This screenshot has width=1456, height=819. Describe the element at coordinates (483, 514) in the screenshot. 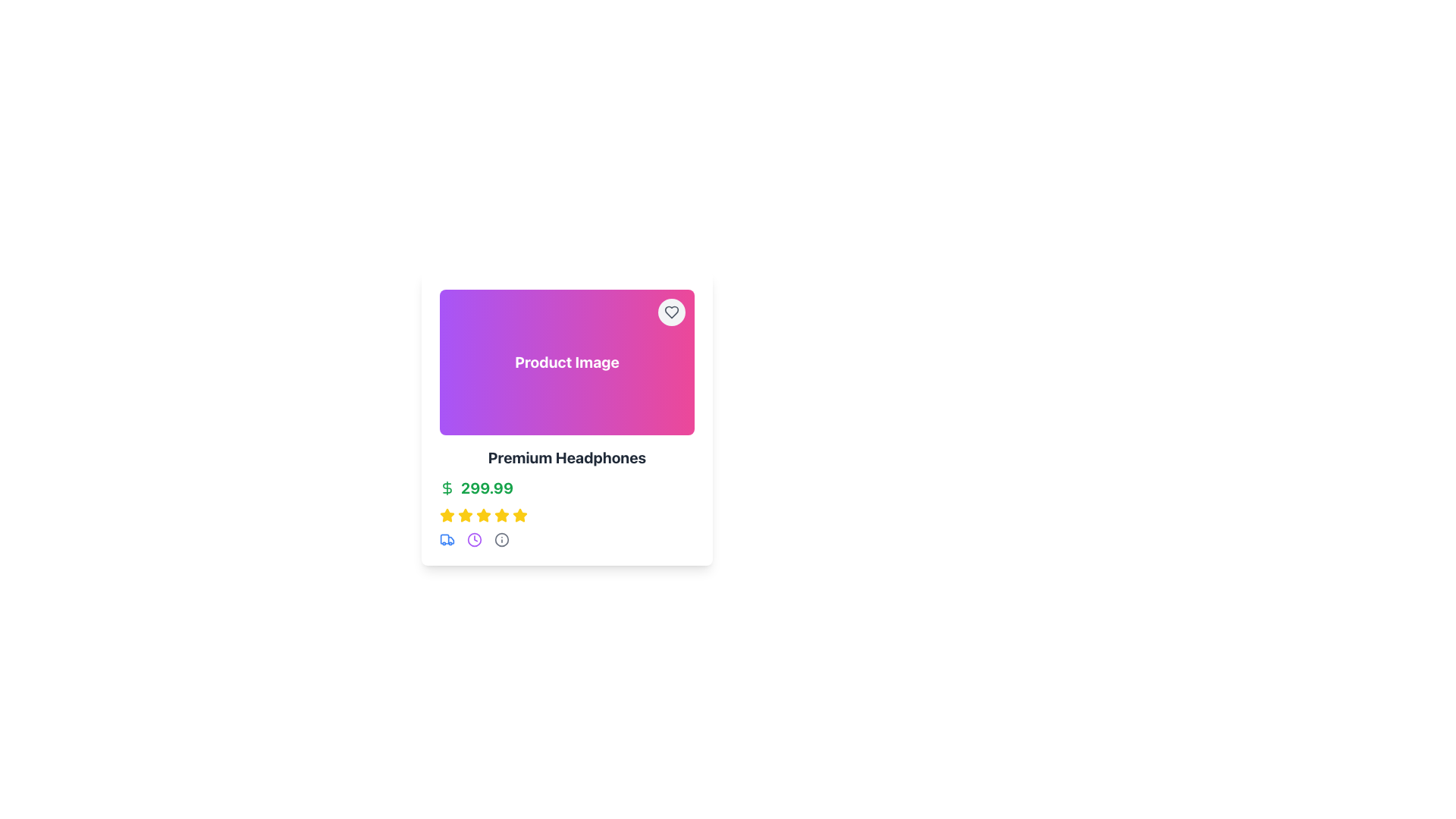

I see `the fourth star icon from the left` at that location.